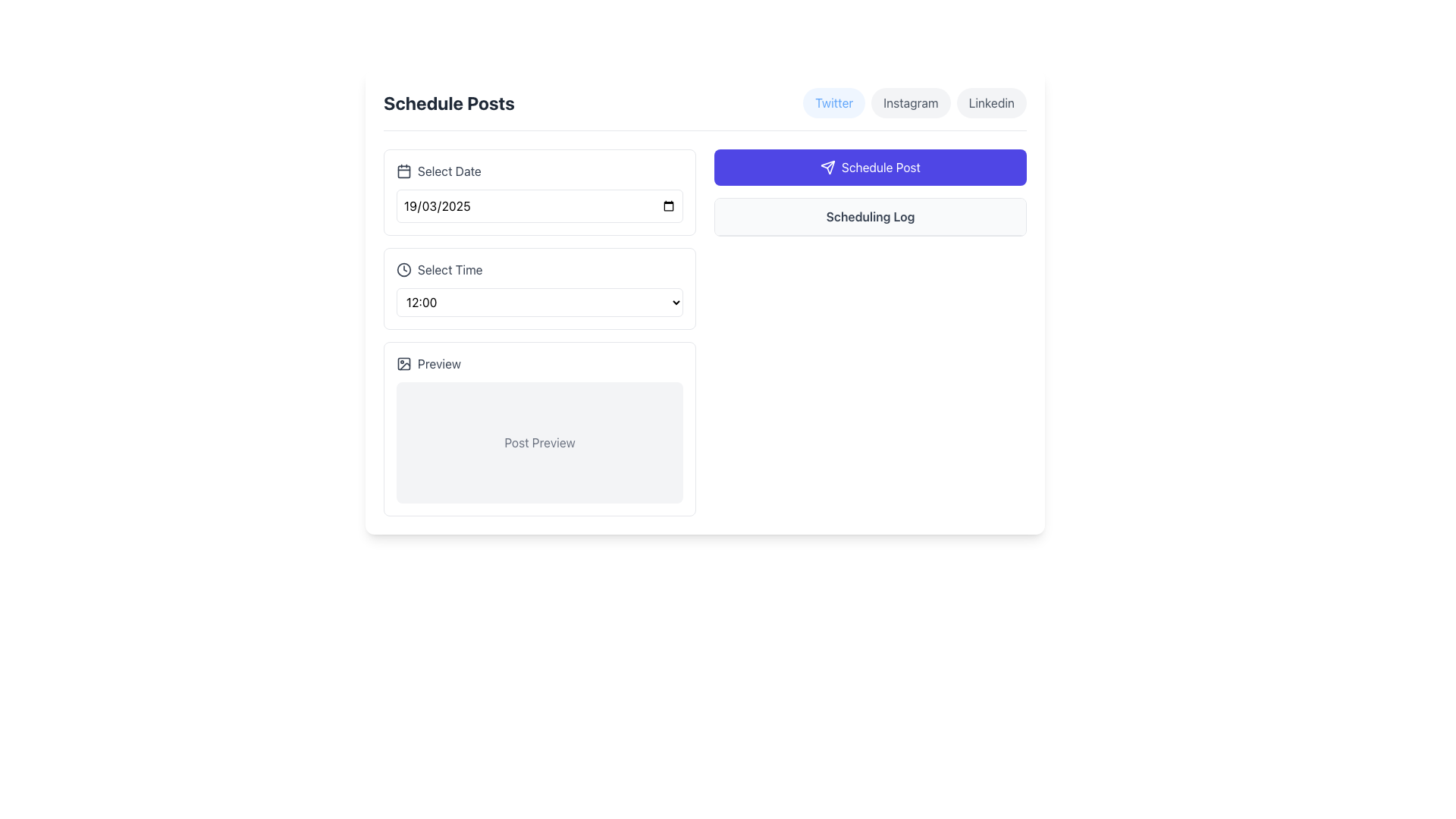 Image resolution: width=1456 pixels, height=819 pixels. What do you see at coordinates (880, 167) in the screenshot?
I see `the static text label within the 'Schedule Post' button located in the top-right section of the user interface` at bounding box center [880, 167].